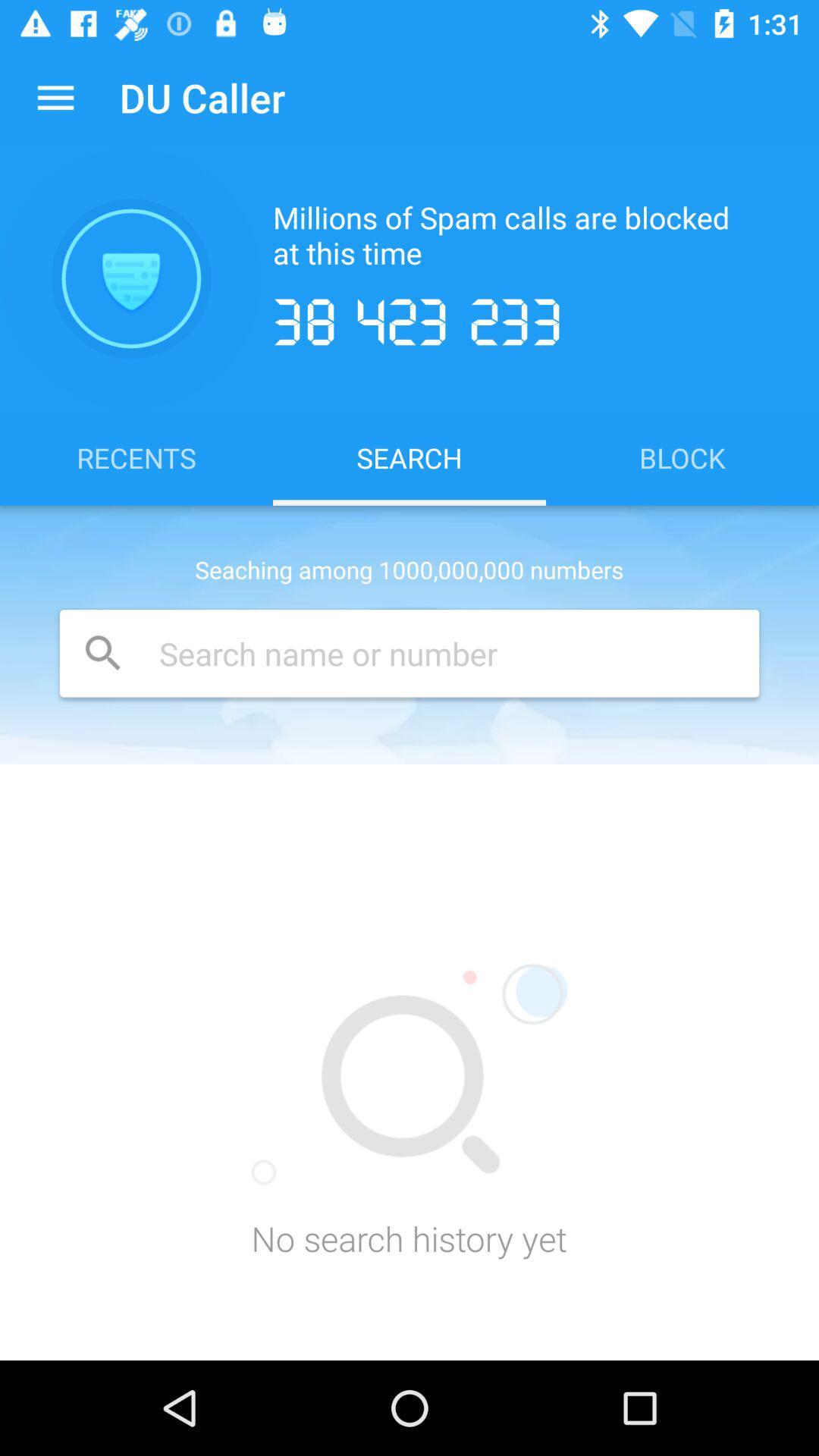 The height and width of the screenshot is (1456, 819). I want to click on item next to the search item, so click(681, 457).